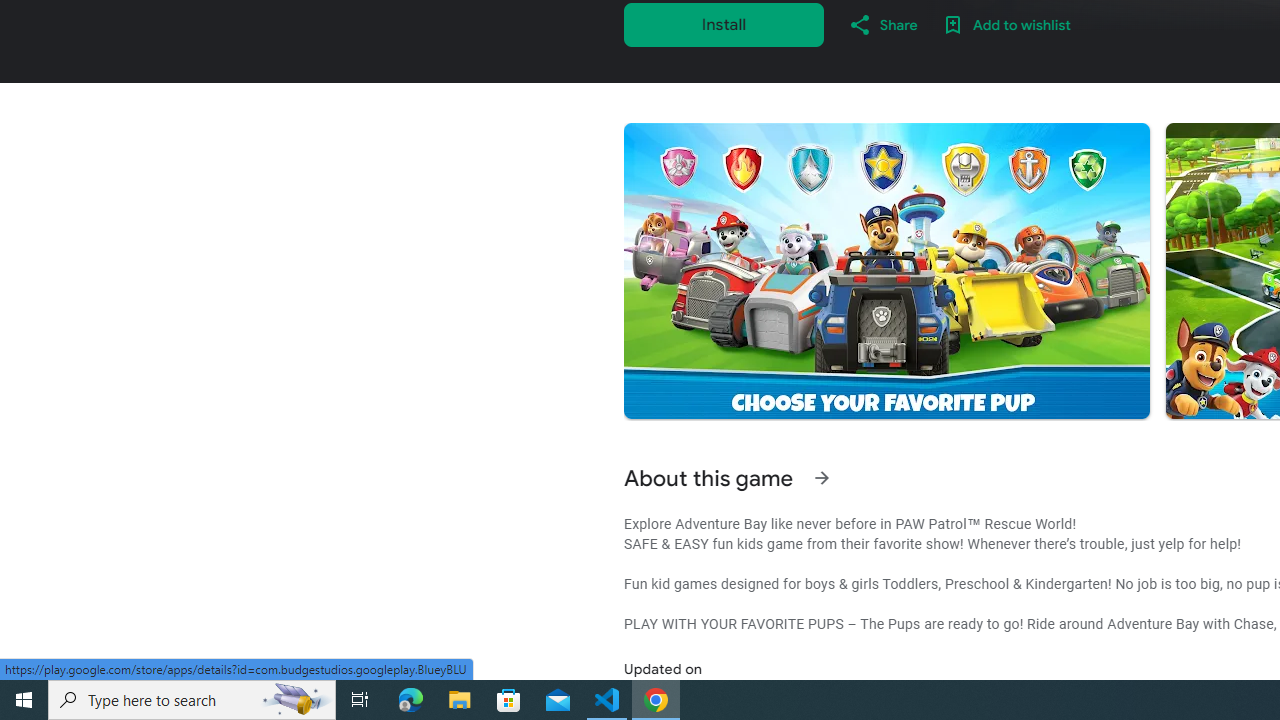  Describe the element at coordinates (1006, 24) in the screenshot. I see `'Add to wishlist'` at that location.